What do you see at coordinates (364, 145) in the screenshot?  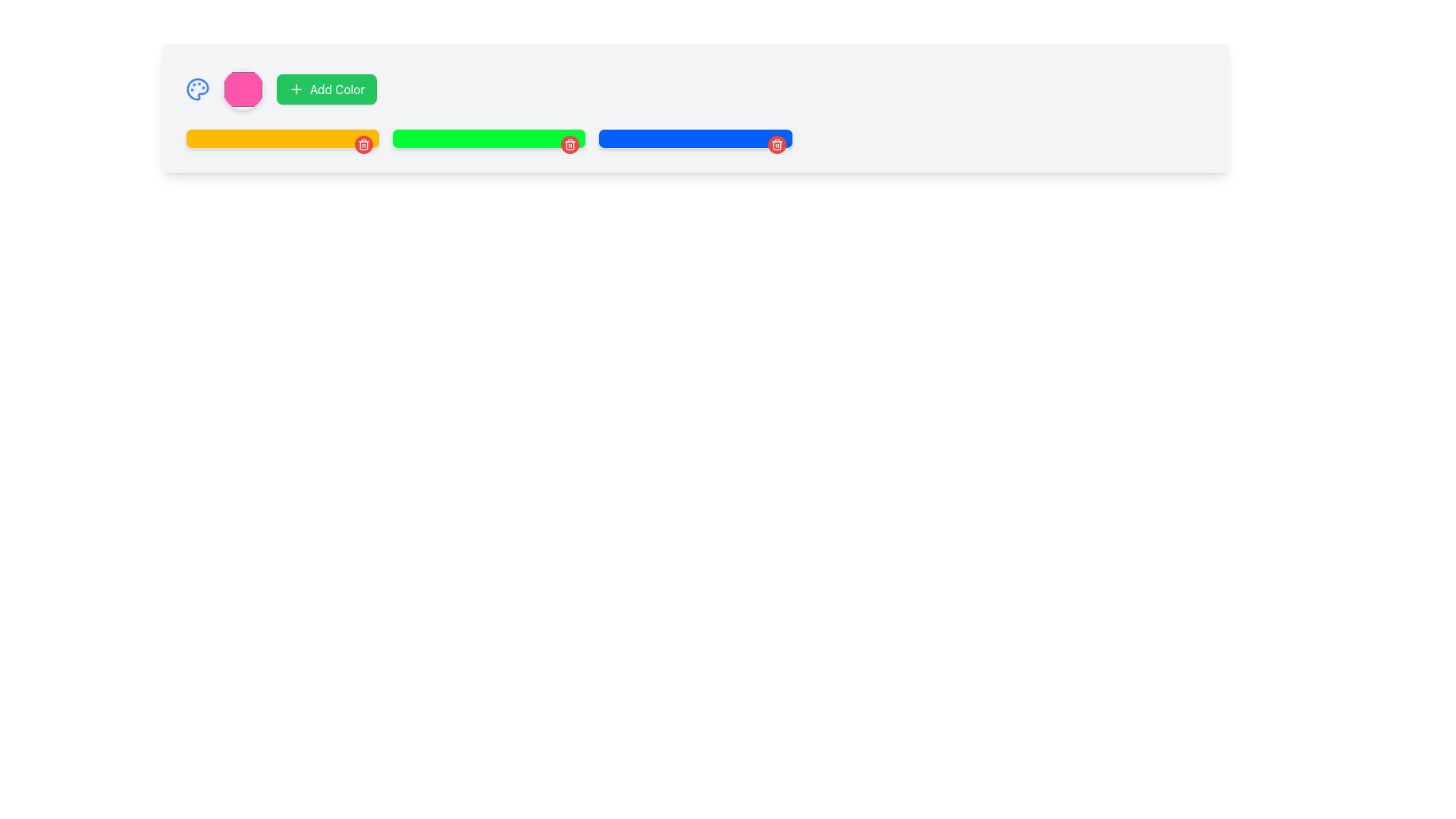 I see `the delete button (red circular button) located on the right end of the yellow strip` at bounding box center [364, 145].